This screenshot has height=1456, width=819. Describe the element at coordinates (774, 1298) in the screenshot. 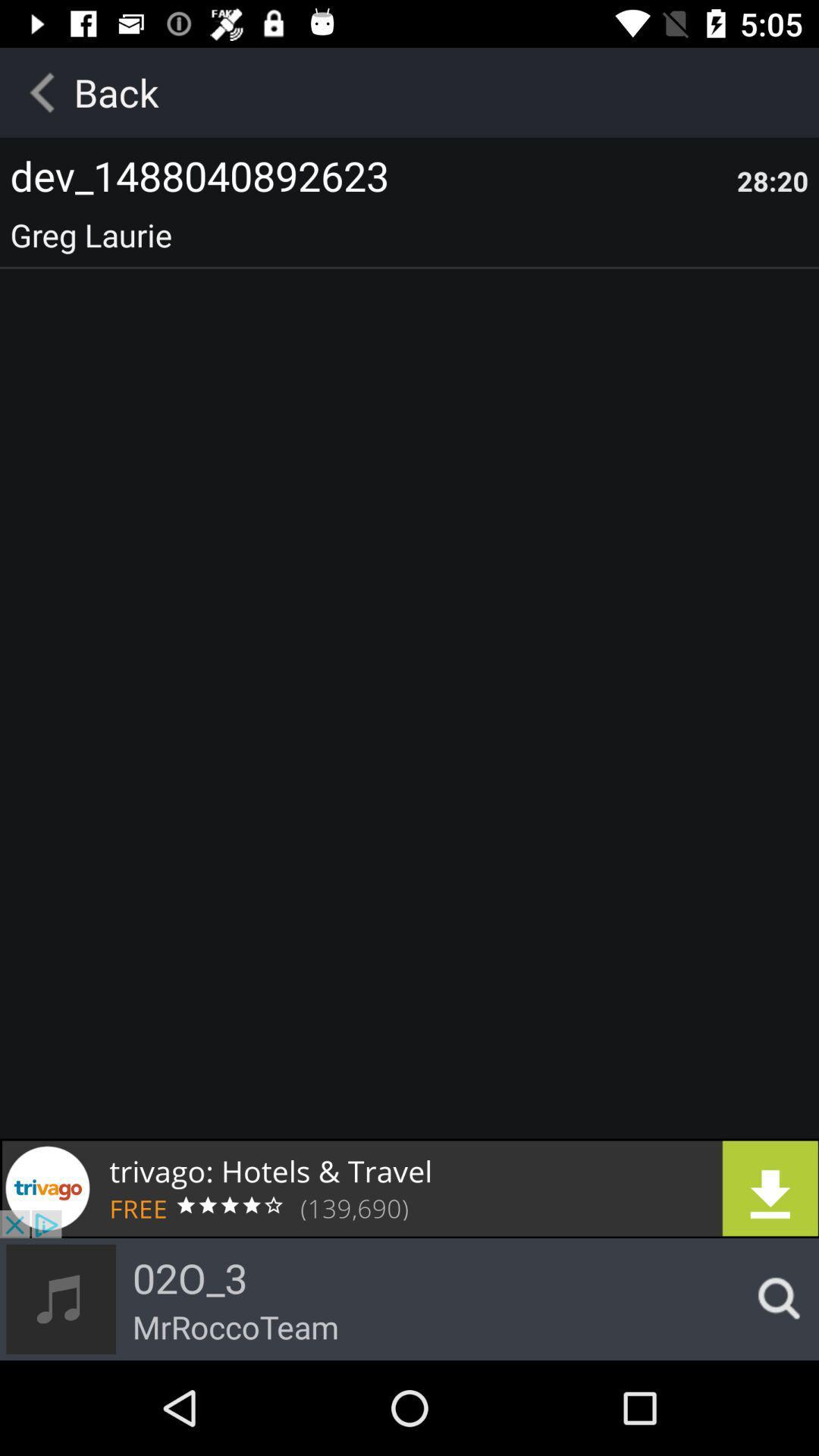

I see `the search icon` at that location.